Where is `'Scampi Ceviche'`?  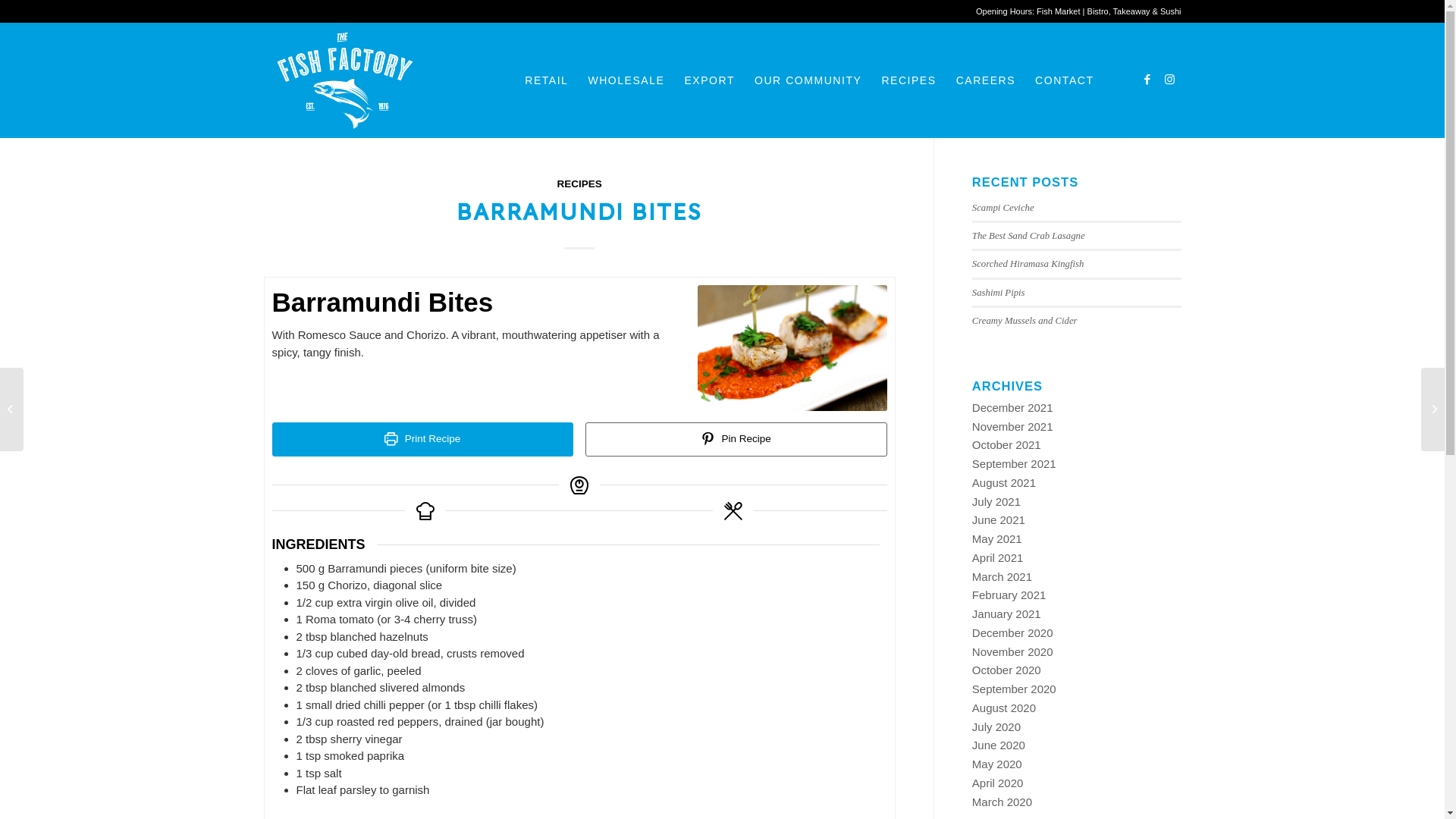 'Scampi Ceviche' is located at coordinates (971, 207).